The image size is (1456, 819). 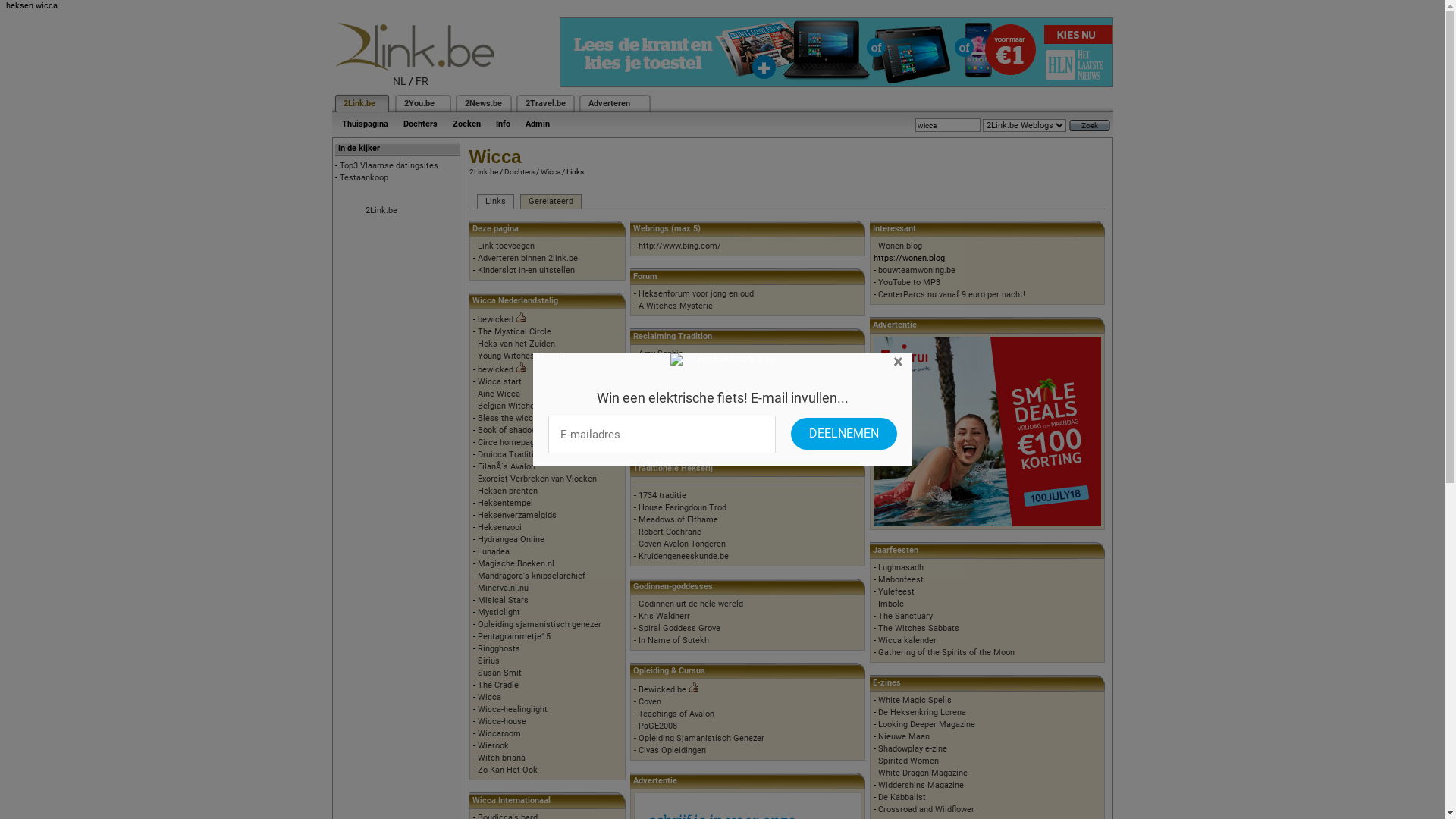 What do you see at coordinates (638, 701) in the screenshot?
I see `'Coven'` at bounding box center [638, 701].